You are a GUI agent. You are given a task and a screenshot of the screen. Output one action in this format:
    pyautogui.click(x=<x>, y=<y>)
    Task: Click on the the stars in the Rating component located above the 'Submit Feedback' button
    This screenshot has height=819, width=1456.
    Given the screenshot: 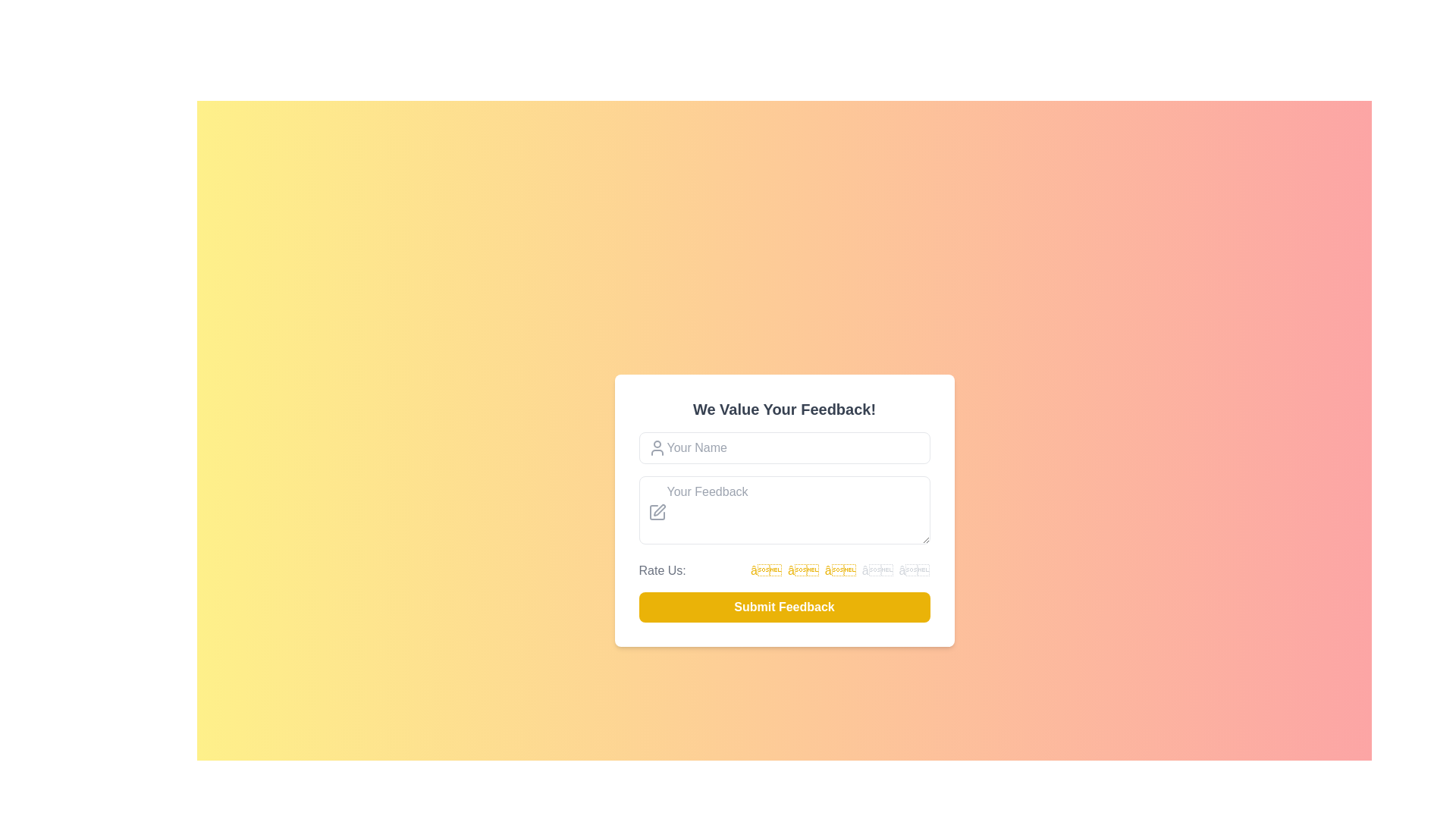 What is the action you would take?
    pyautogui.click(x=784, y=570)
    